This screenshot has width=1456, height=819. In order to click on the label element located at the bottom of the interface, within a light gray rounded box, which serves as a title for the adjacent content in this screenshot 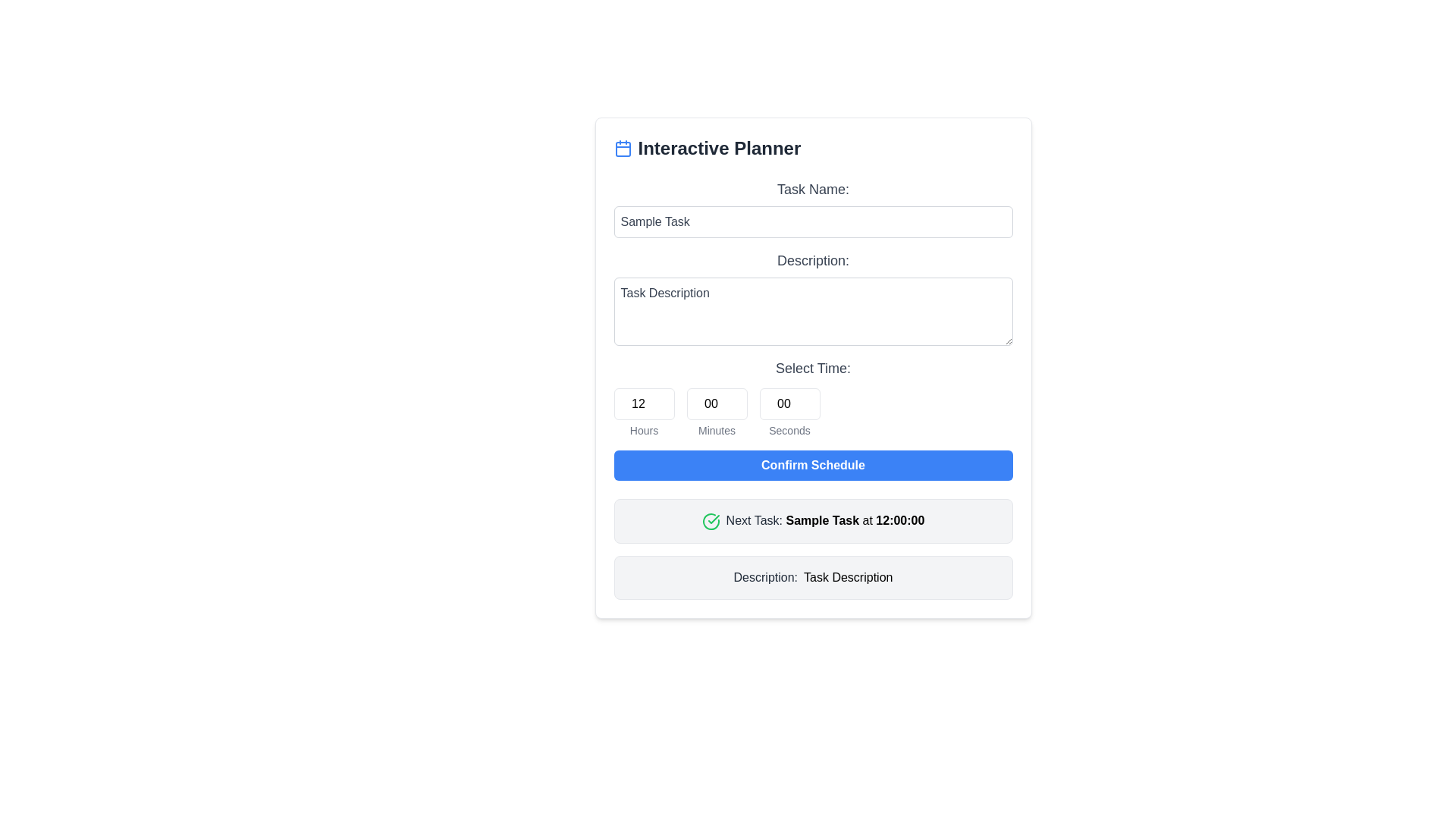, I will do `click(765, 577)`.